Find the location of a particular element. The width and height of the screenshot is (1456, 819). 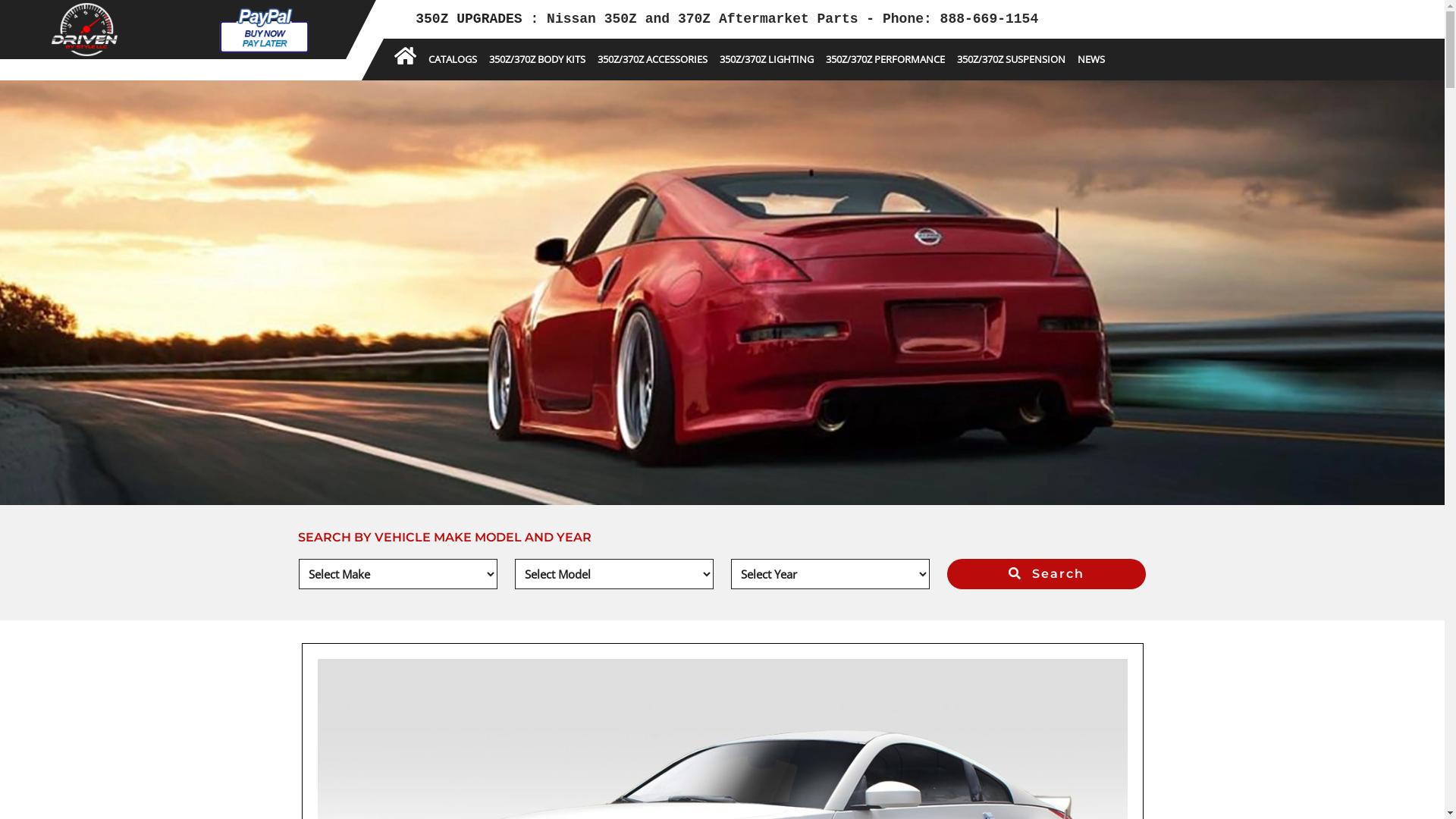

'350Z/370Z ACCESSORIES' is located at coordinates (652, 58).